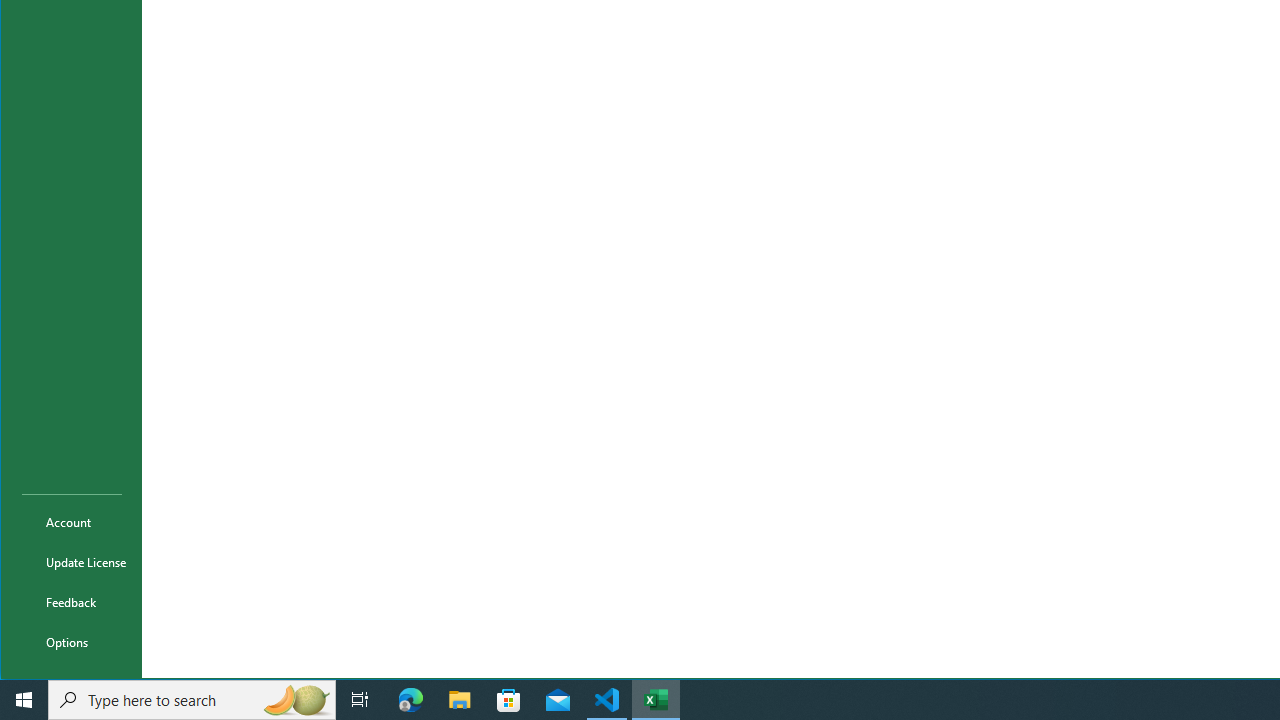  What do you see at coordinates (192, 698) in the screenshot?
I see `'Type here to search'` at bounding box center [192, 698].